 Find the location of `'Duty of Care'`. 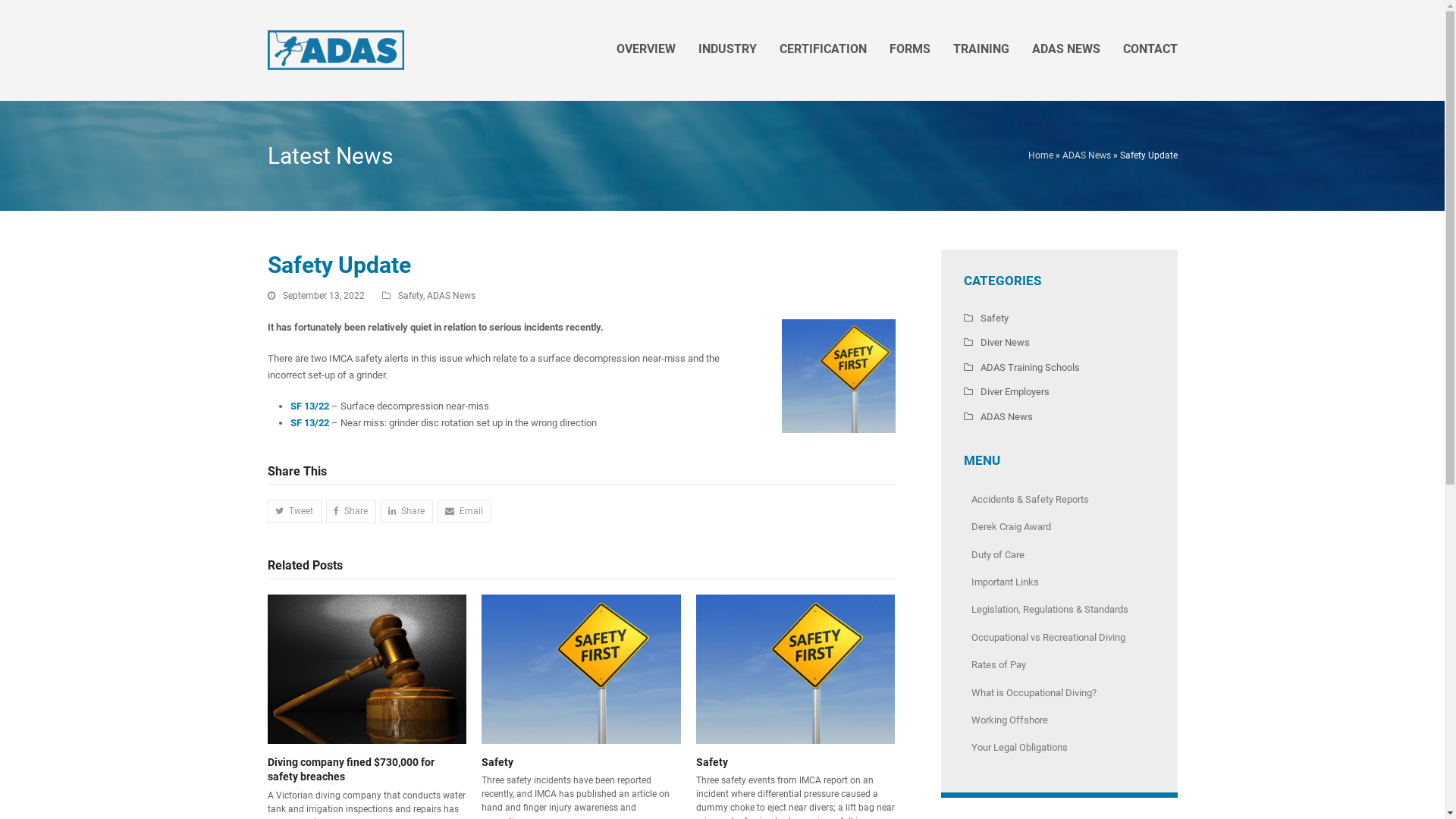

'Duty of Care' is located at coordinates (1058, 555).